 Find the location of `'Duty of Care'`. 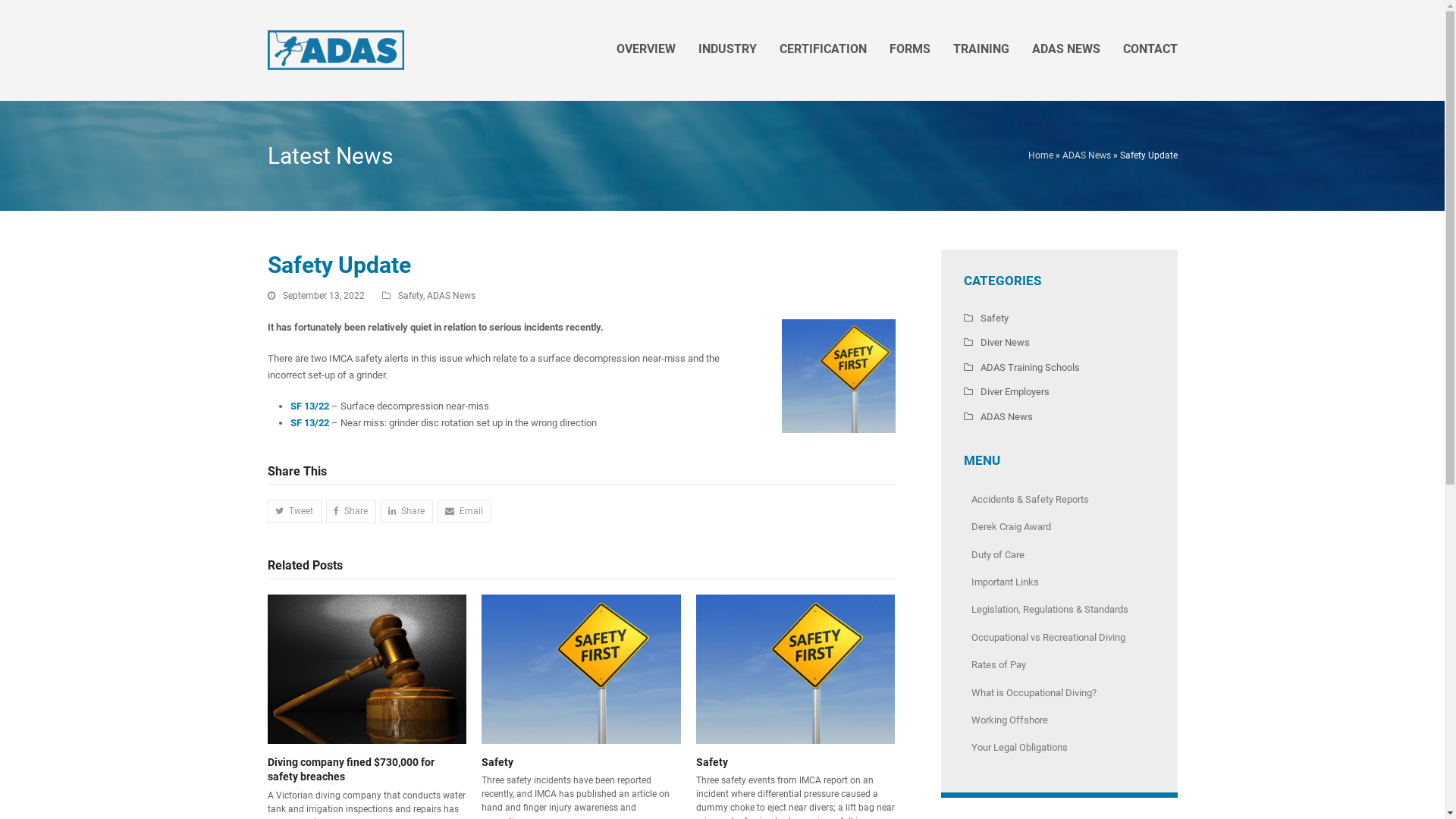

'Duty of Care' is located at coordinates (1058, 555).